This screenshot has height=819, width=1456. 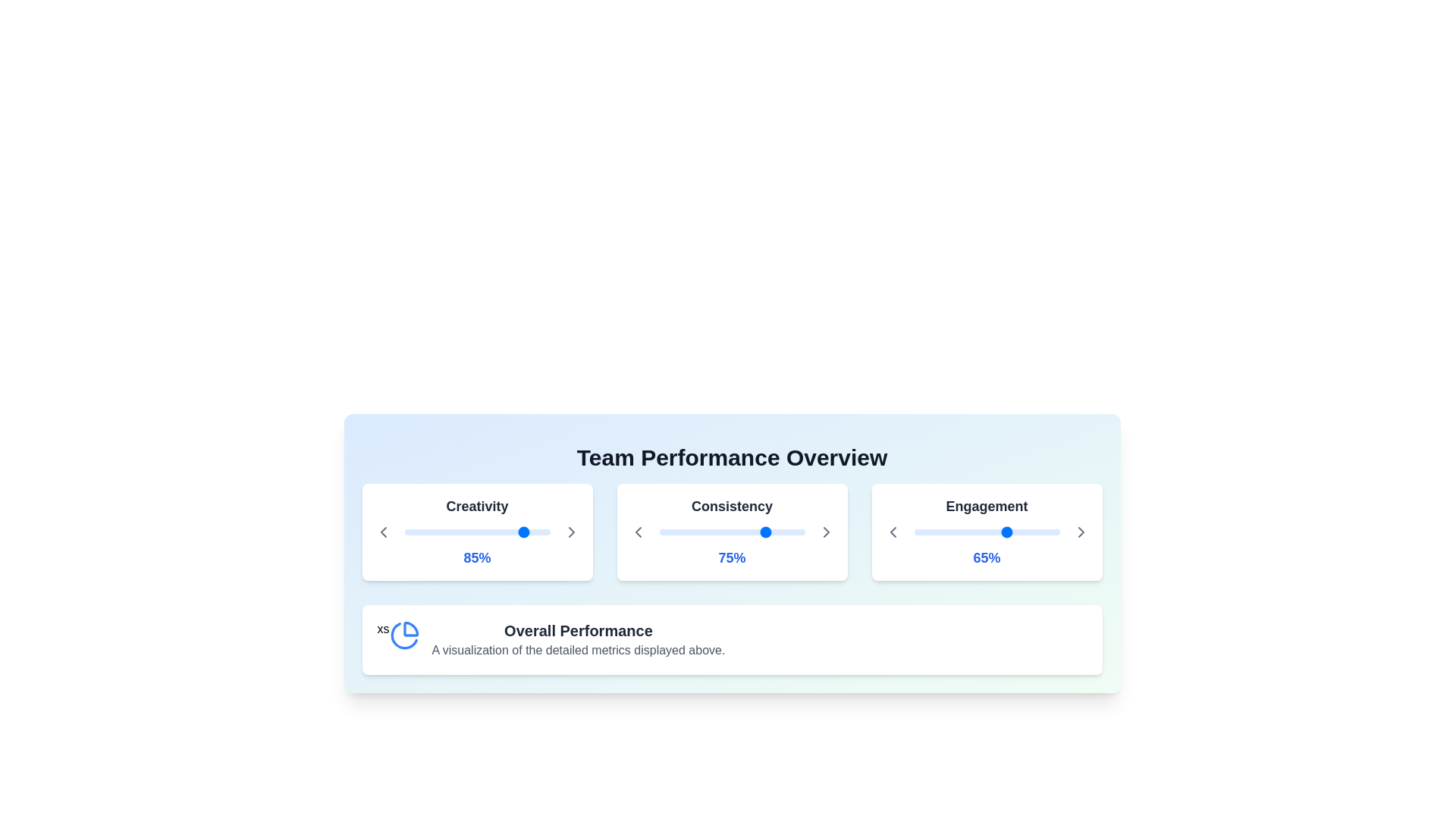 What do you see at coordinates (532, 532) in the screenshot?
I see `the slider value` at bounding box center [532, 532].